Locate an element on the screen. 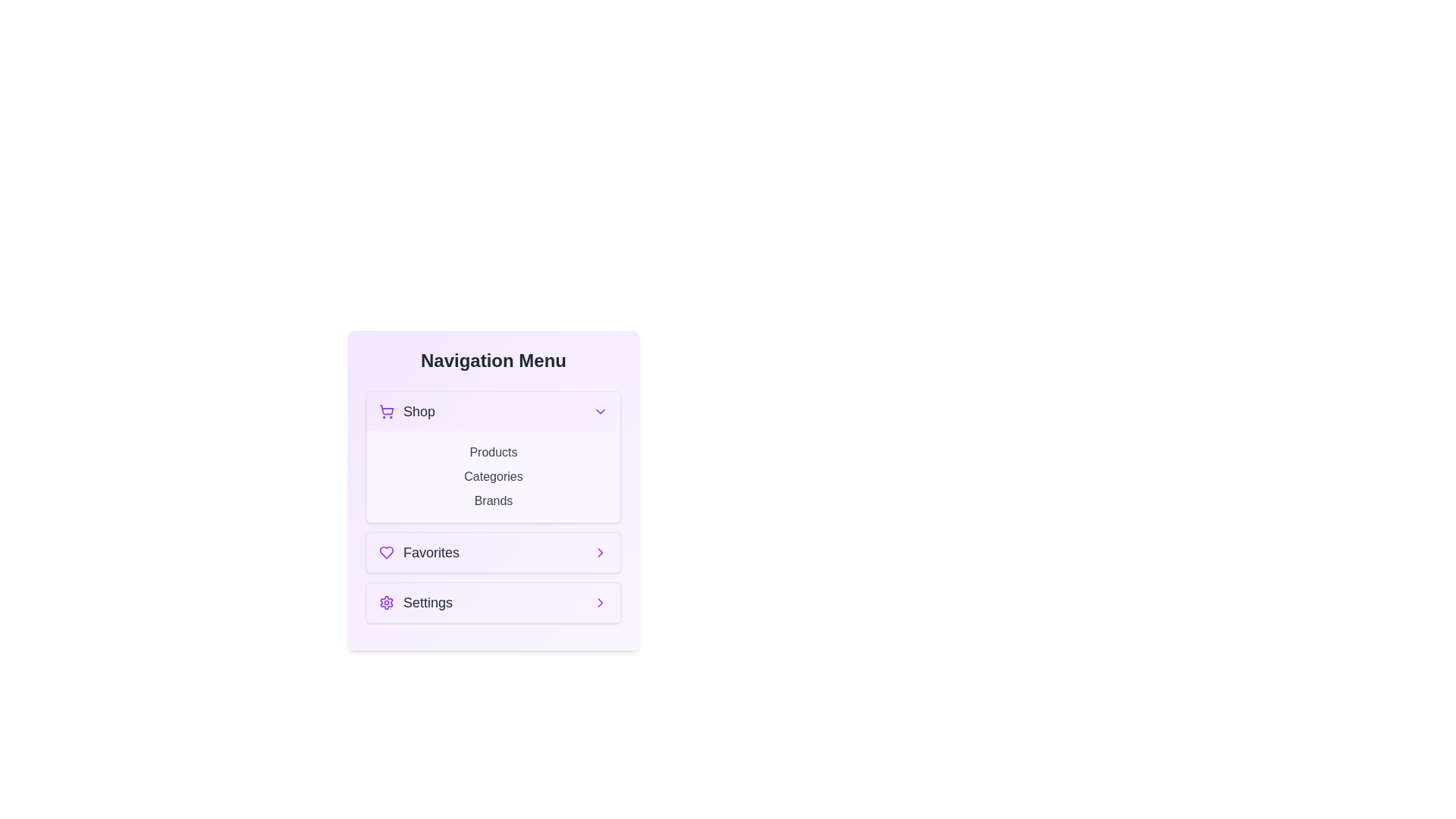 Image resolution: width=1456 pixels, height=819 pixels. the clickable text item labeled 'Brands' to change its style from gray to purple is located at coordinates (494, 500).